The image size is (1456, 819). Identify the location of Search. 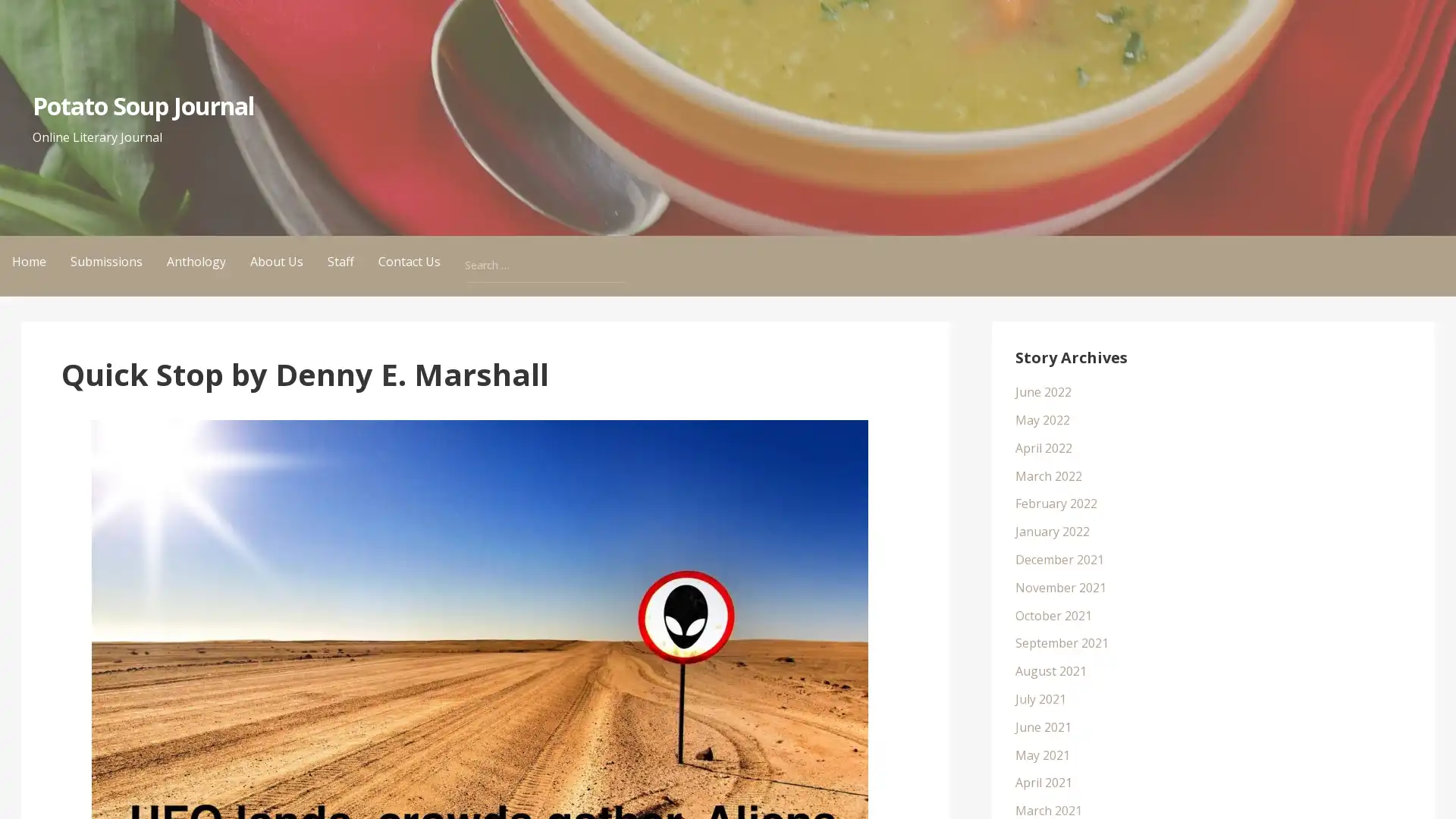
(622, 250).